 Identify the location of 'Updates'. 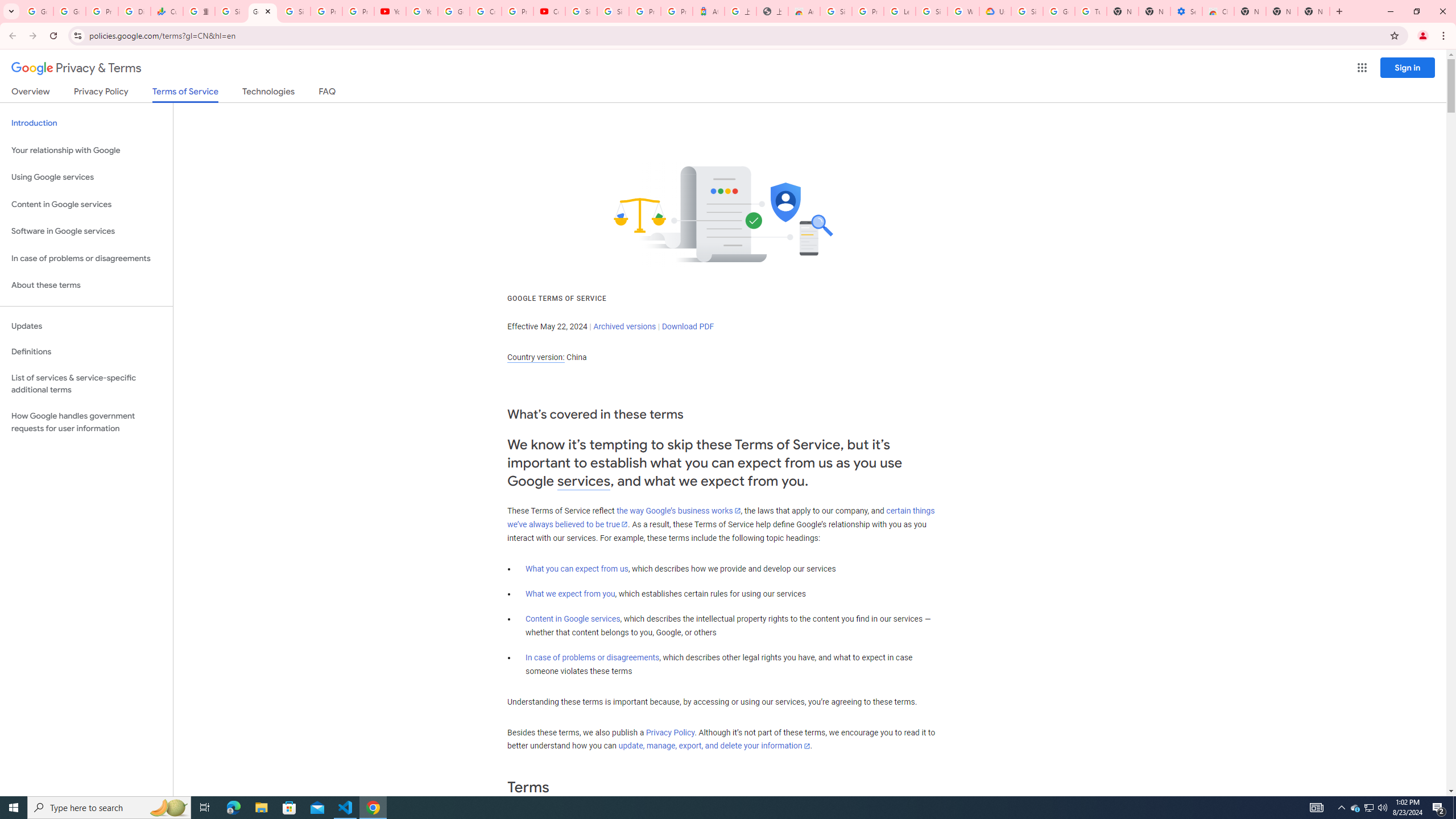
(86, 325).